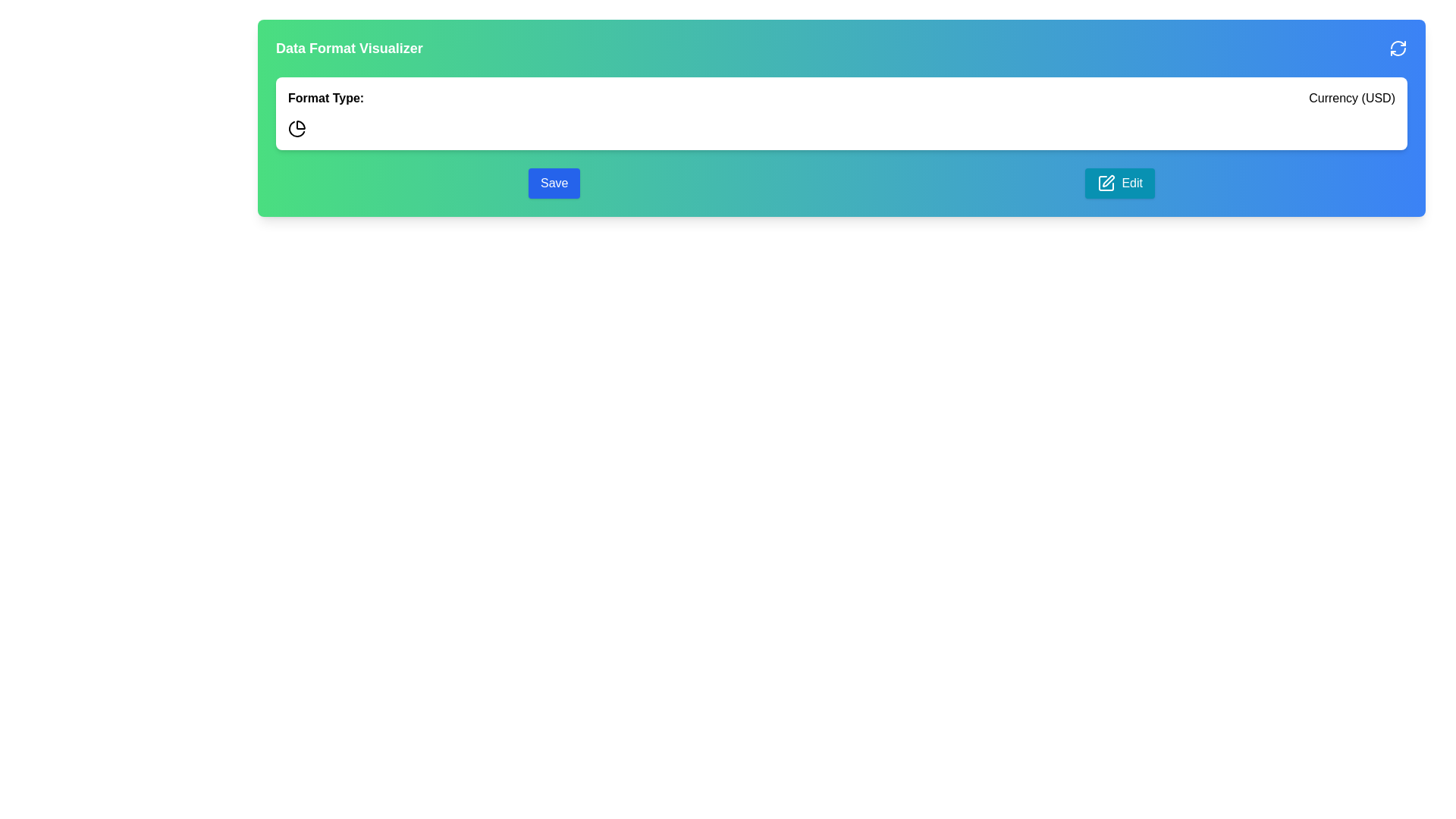 The height and width of the screenshot is (819, 1456). What do you see at coordinates (297, 127) in the screenshot?
I see `the SVG pie chart icon located below the 'Format Type:' label, which serves as a navigation element for data visualization` at bounding box center [297, 127].